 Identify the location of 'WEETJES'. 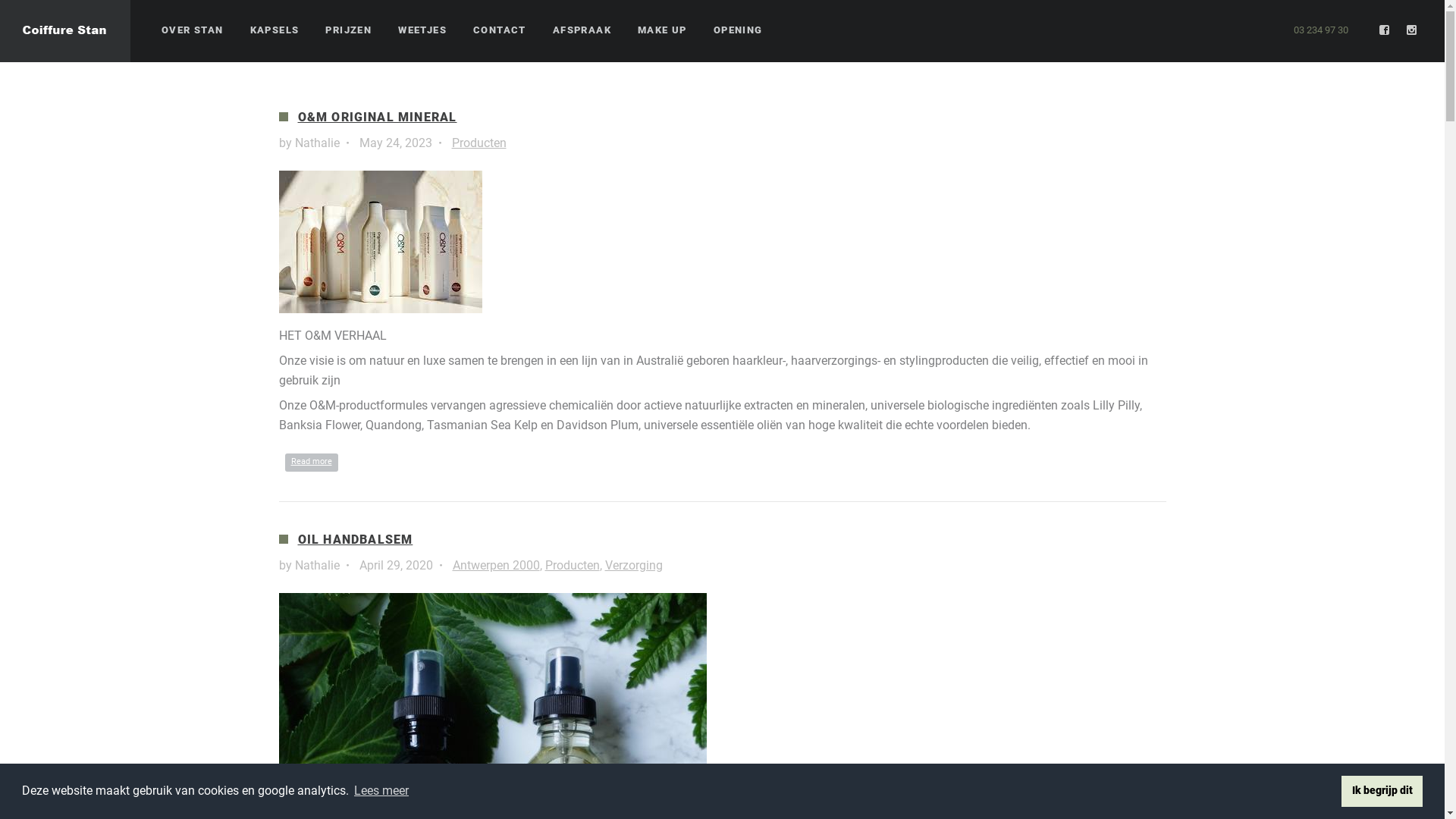
(422, 30).